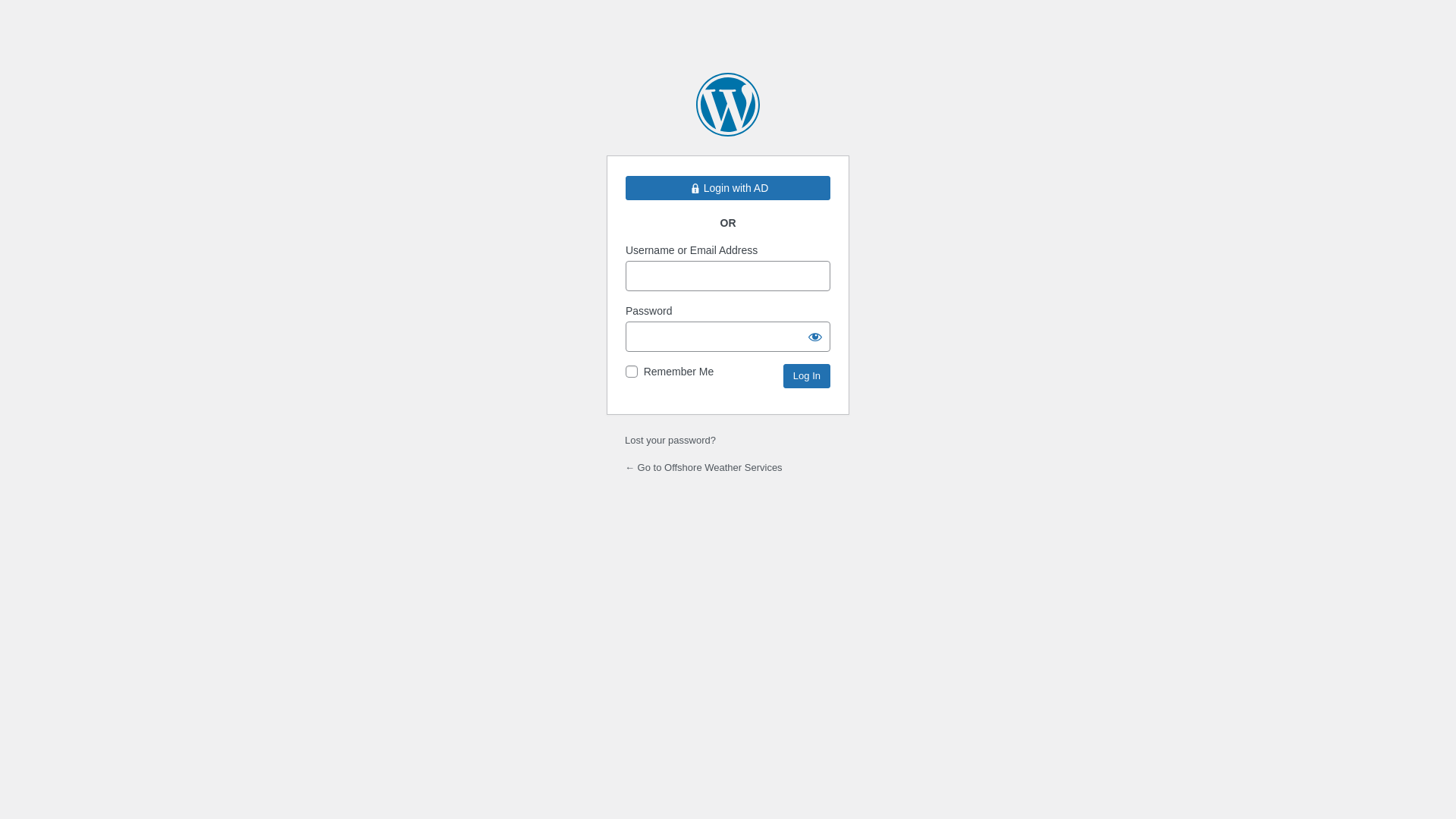 This screenshot has width=1456, height=819. I want to click on 'Powered by WordPress', so click(728, 104).